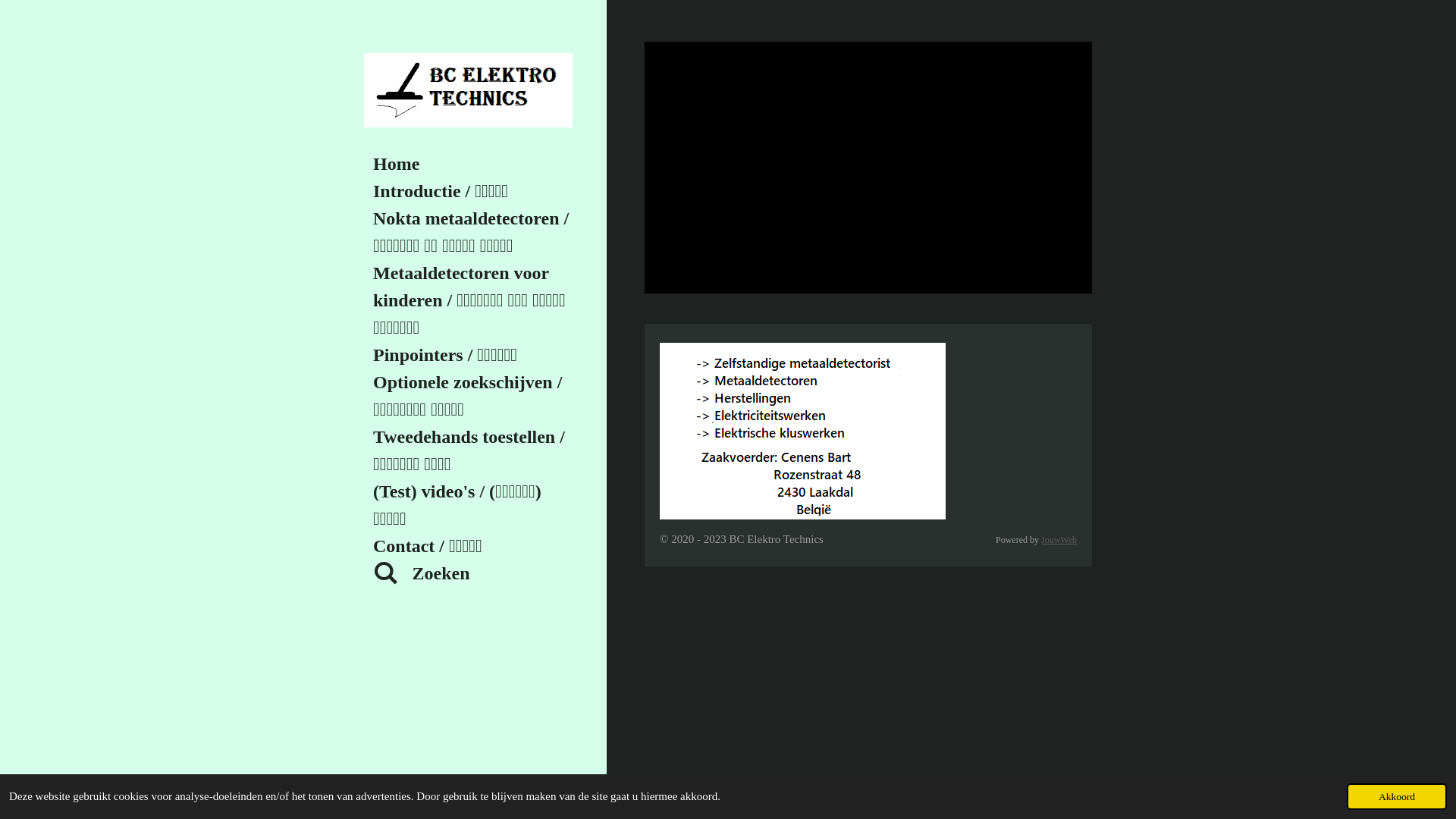  What do you see at coordinates (472, 573) in the screenshot?
I see `'Zoeken'` at bounding box center [472, 573].